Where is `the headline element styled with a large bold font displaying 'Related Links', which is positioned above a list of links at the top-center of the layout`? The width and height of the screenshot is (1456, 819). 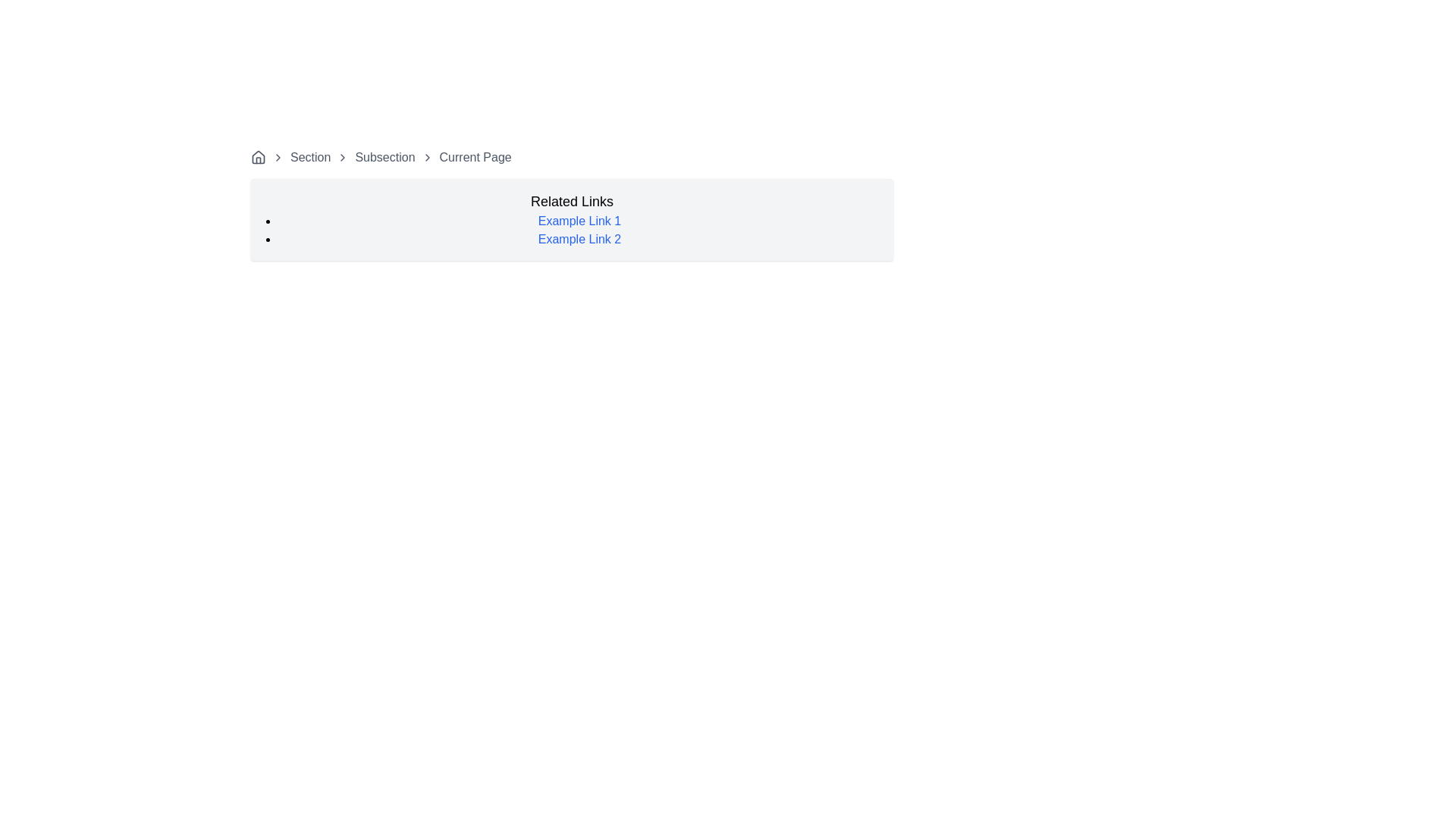 the headline element styled with a large bold font displaying 'Related Links', which is positioned above a list of links at the top-center of the layout is located at coordinates (571, 201).